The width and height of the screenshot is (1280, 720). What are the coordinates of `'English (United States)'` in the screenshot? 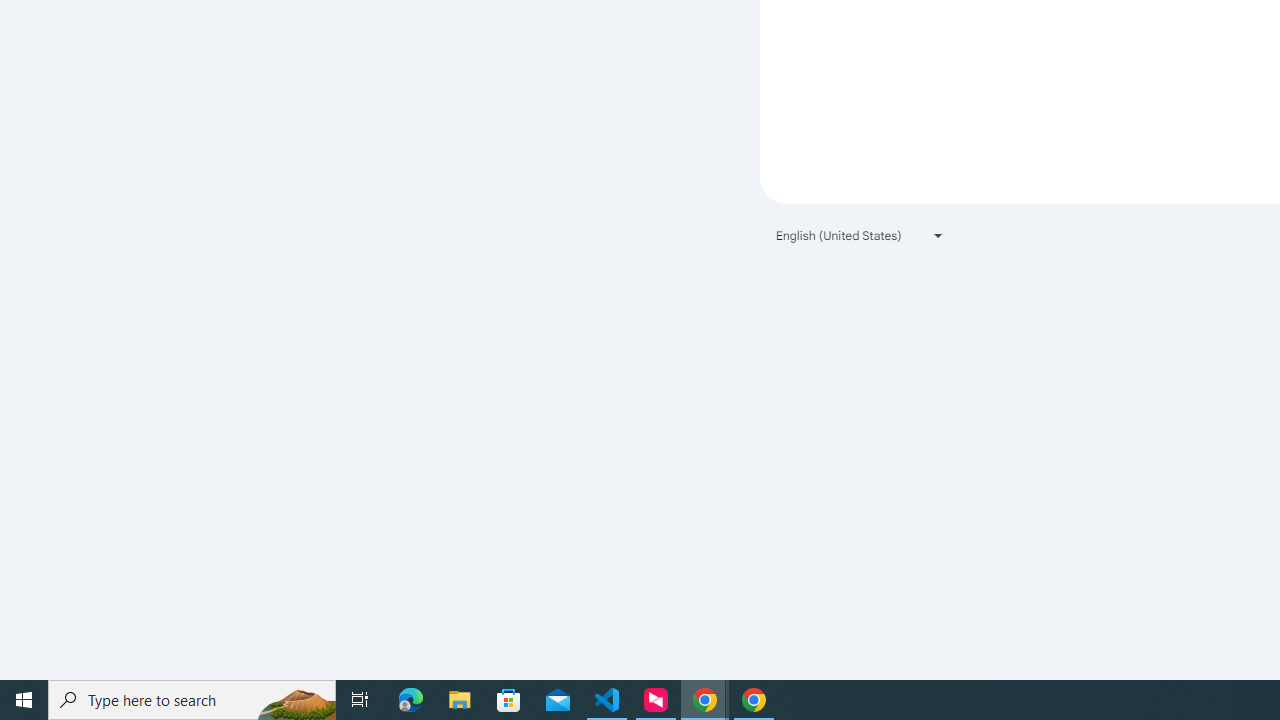 It's located at (860, 234).